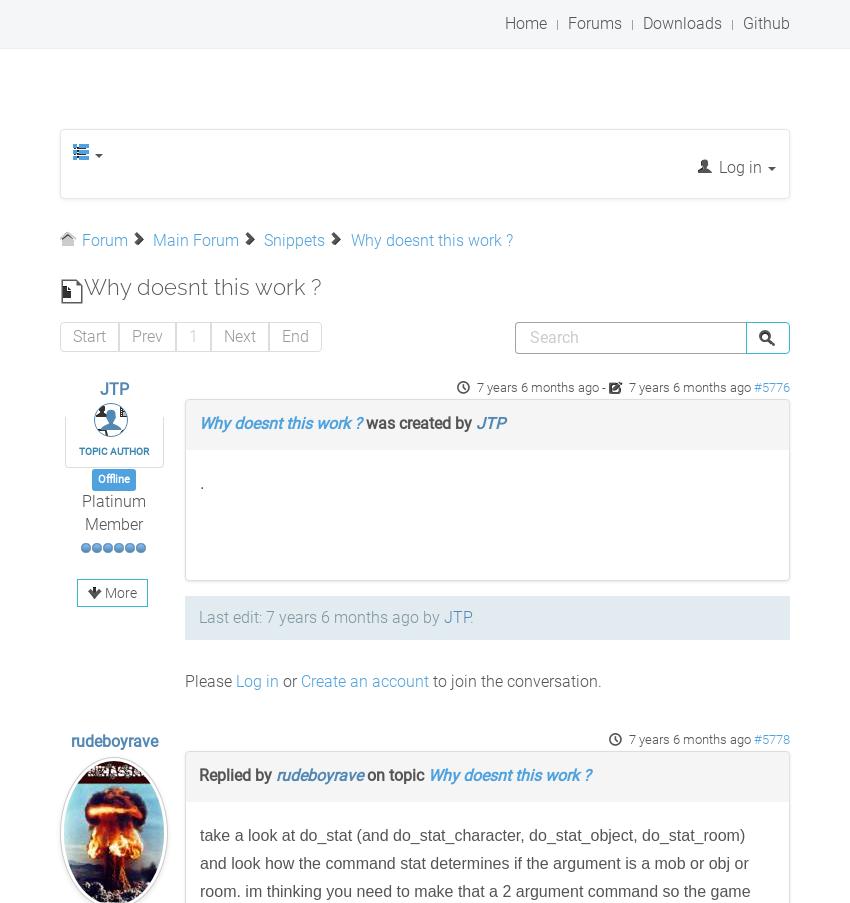 This screenshot has height=903, width=850. What do you see at coordinates (595, 22) in the screenshot?
I see `'Forums'` at bounding box center [595, 22].